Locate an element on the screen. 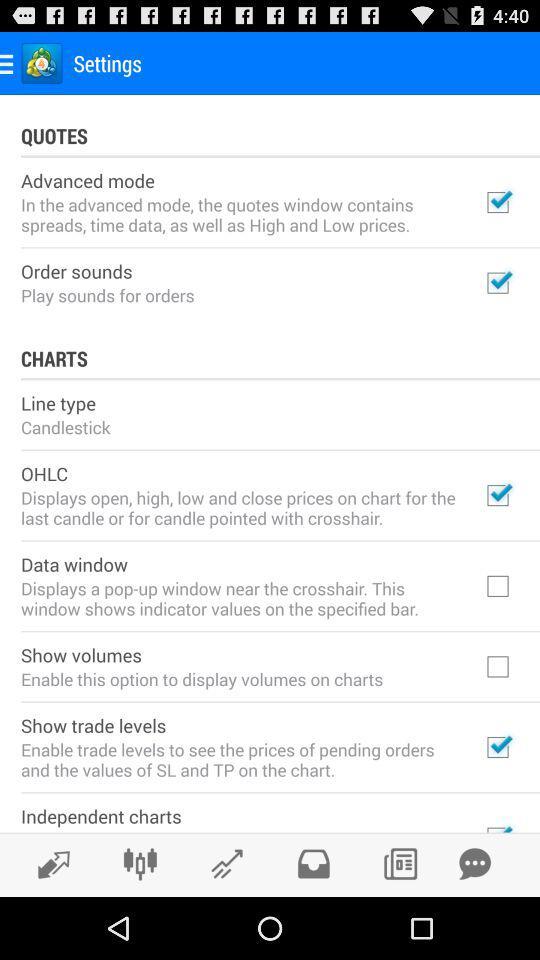 This screenshot has height=960, width=540. the edit icon is located at coordinates (48, 925).